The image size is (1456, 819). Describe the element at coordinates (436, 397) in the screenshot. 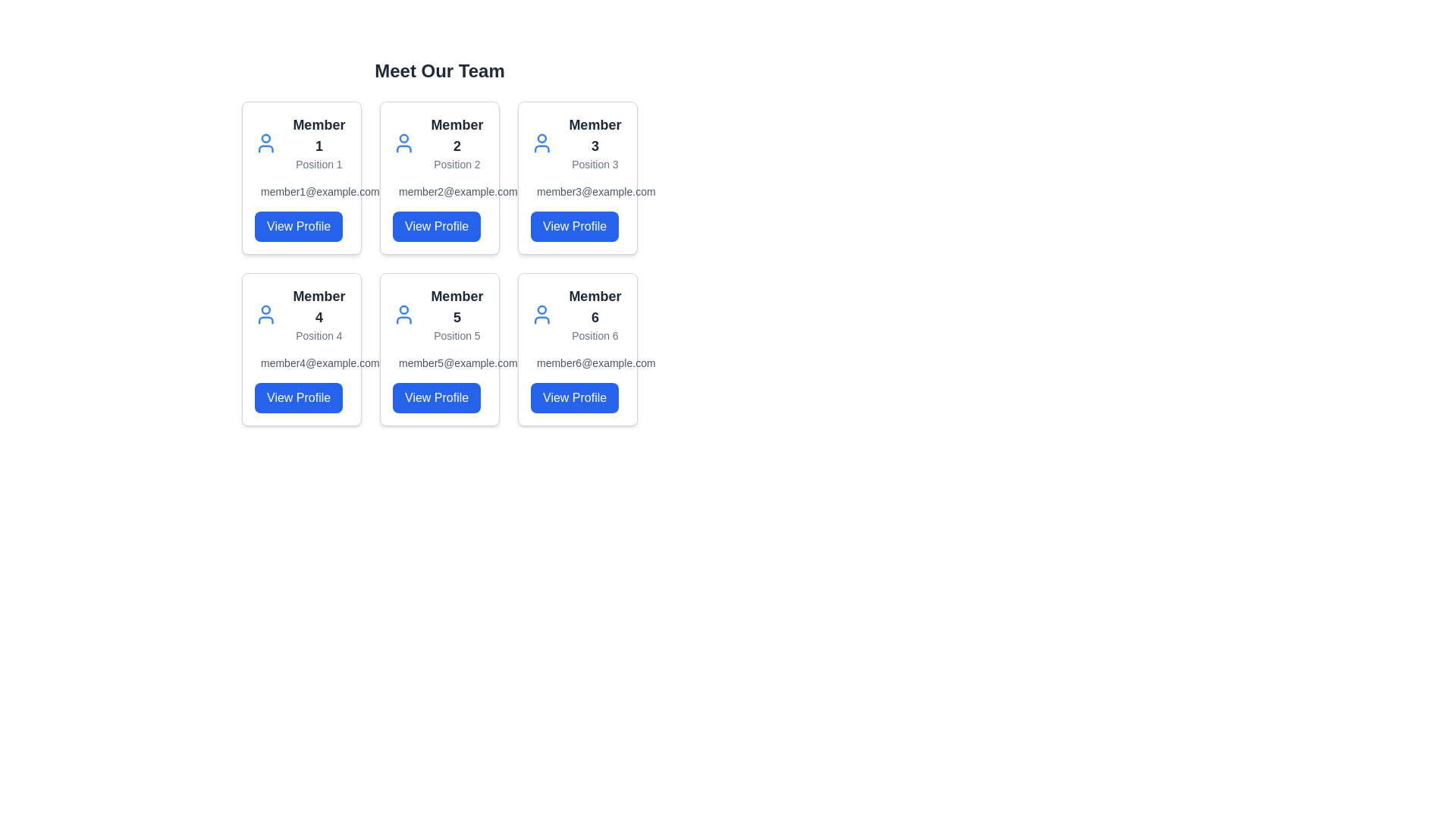

I see `the 'View Profile' button located at the bottom of the card for 'Member 5' in the second row and second column for accessibility navigation` at that location.